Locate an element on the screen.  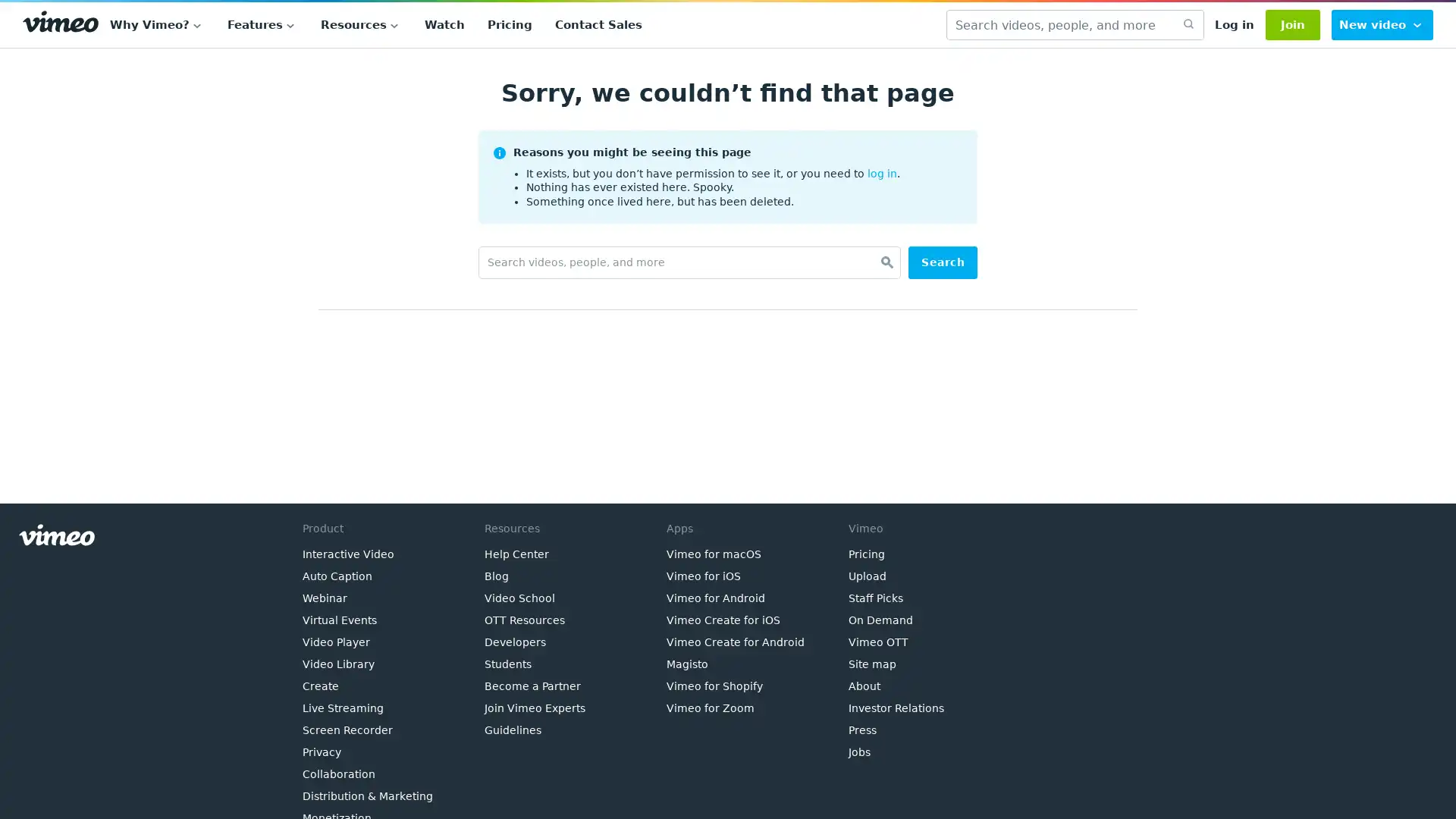
Contact Sales is located at coordinates (598, 25).